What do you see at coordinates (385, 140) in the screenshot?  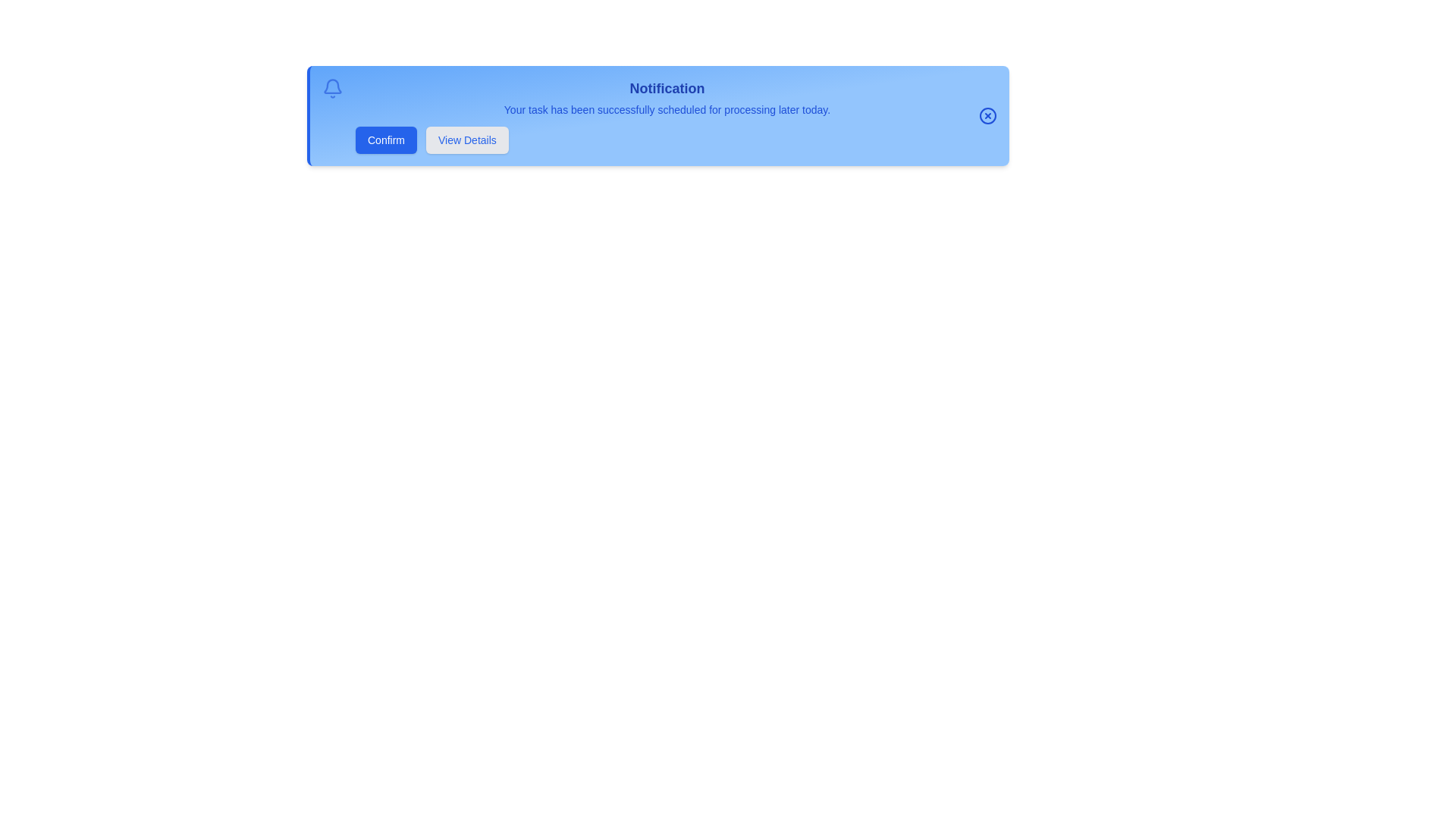 I see `'Confirm' button to acknowledge the task scheduling` at bounding box center [385, 140].